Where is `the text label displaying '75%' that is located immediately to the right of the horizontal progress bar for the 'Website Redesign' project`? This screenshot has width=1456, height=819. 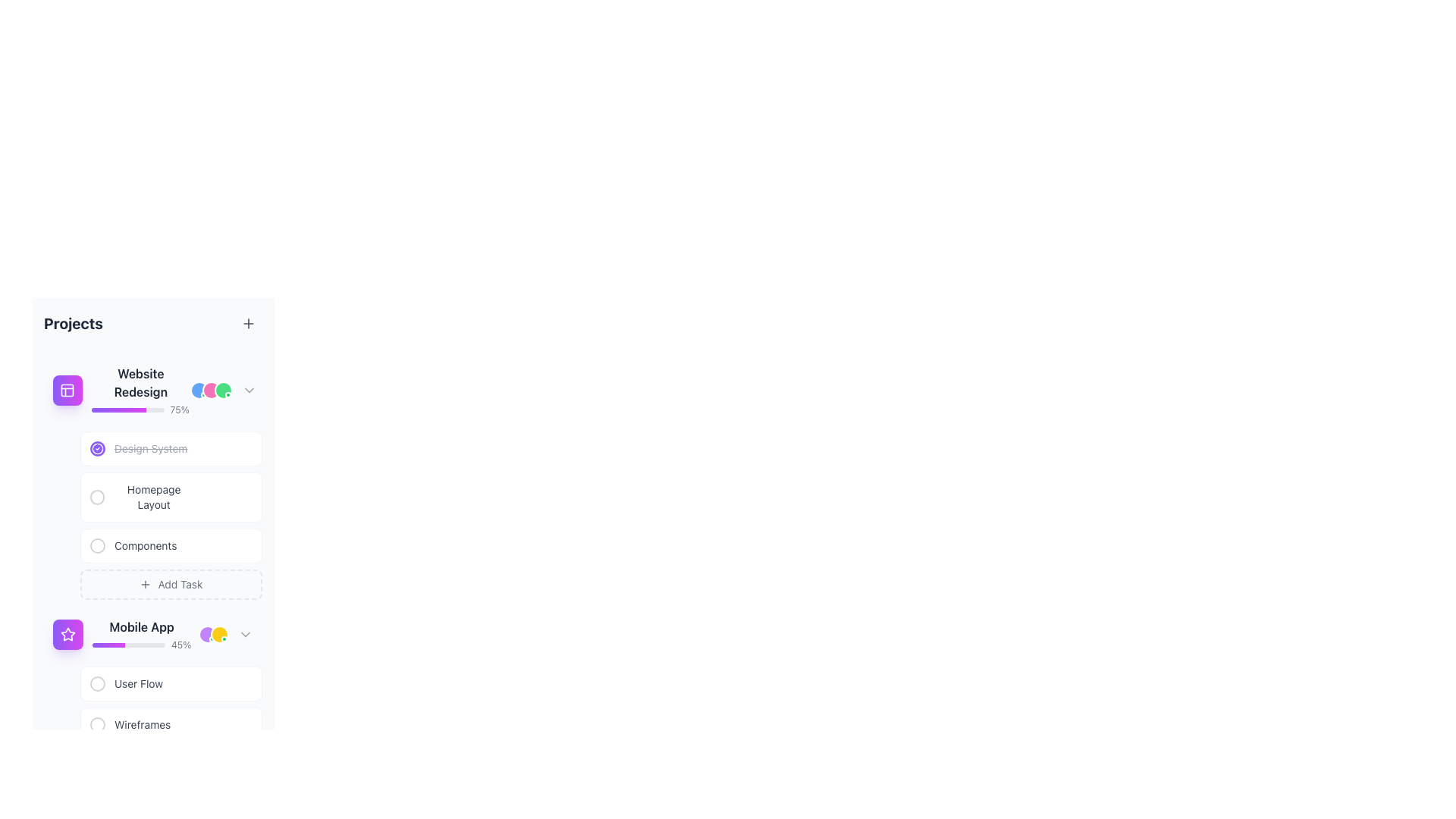 the text label displaying '75%' that is located immediately to the right of the horizontal progress bar for the 'Website Redesign' project is located at coordinates (180, 409).